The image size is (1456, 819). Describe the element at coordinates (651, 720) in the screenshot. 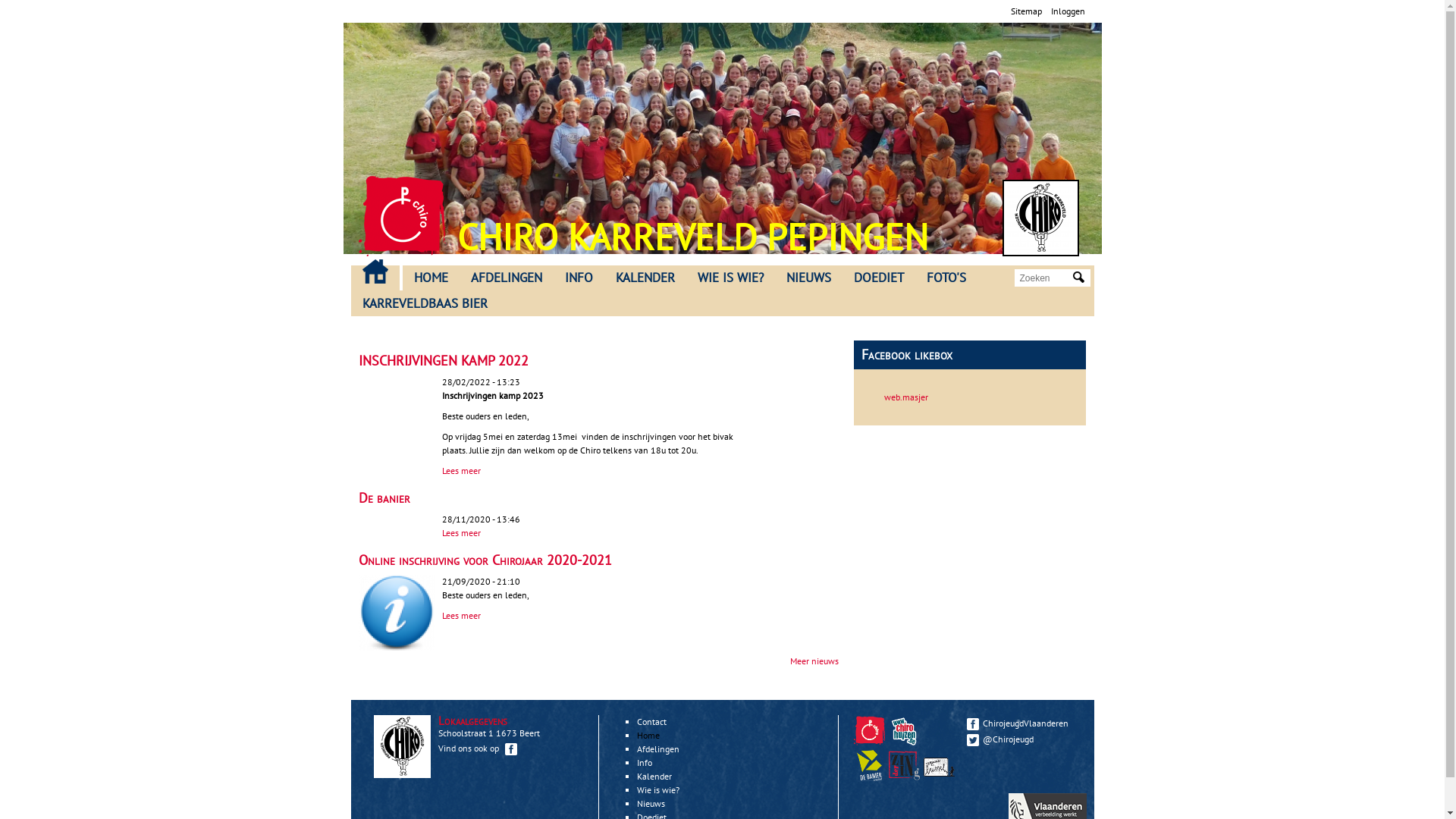

I see `'Contact'` at that location.